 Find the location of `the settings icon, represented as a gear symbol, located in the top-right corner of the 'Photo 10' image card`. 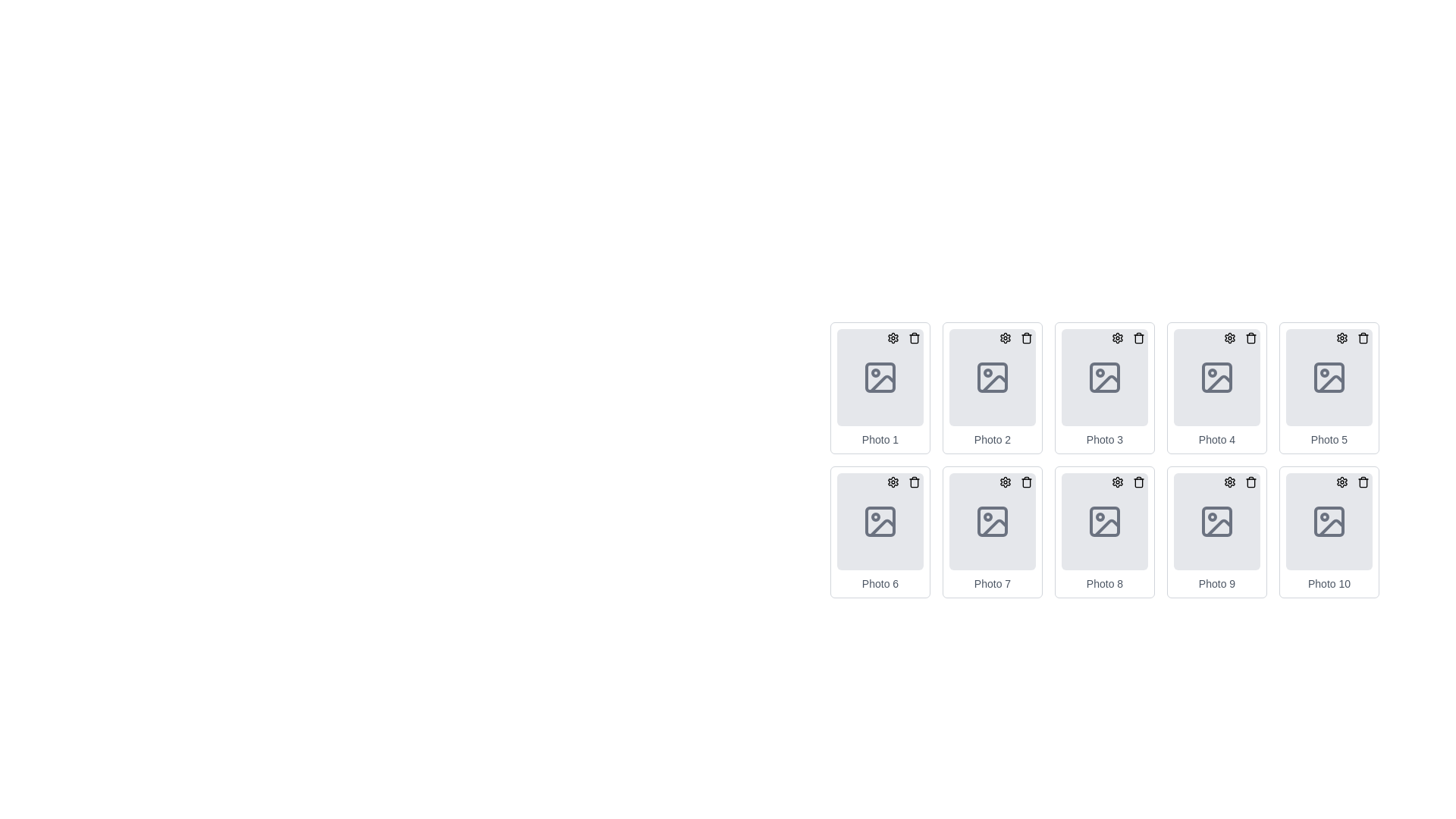

the settings icon, represented as a gear symbol, located in the top-right corner of the 'Photo 10' image card is located at coordinates (1342, 482).